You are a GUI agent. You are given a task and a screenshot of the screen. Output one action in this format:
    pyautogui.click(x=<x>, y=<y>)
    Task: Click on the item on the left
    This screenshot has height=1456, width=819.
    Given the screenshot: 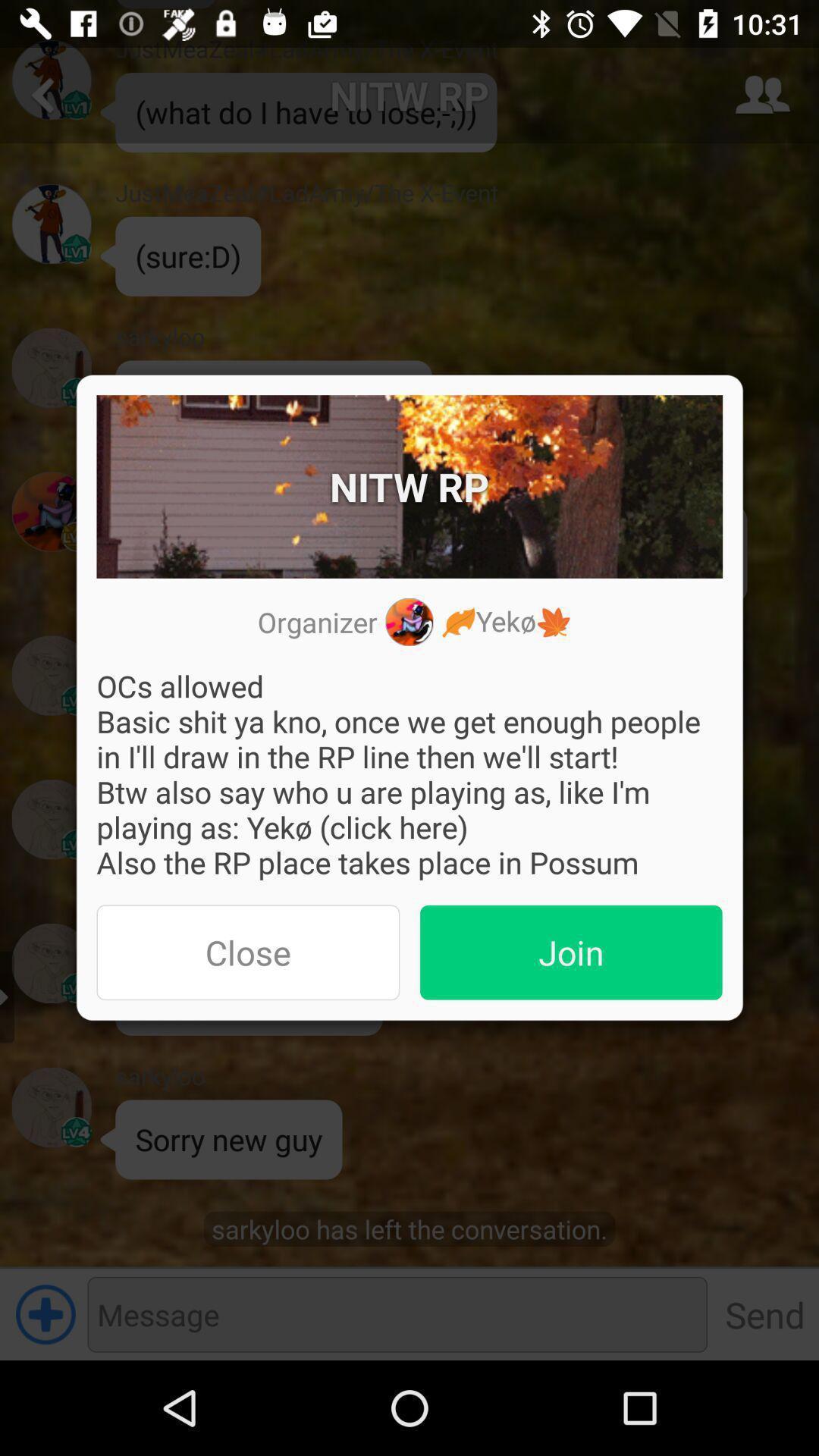 What is the action you would take?
    pyautogui.click(x=247, y=952)
    